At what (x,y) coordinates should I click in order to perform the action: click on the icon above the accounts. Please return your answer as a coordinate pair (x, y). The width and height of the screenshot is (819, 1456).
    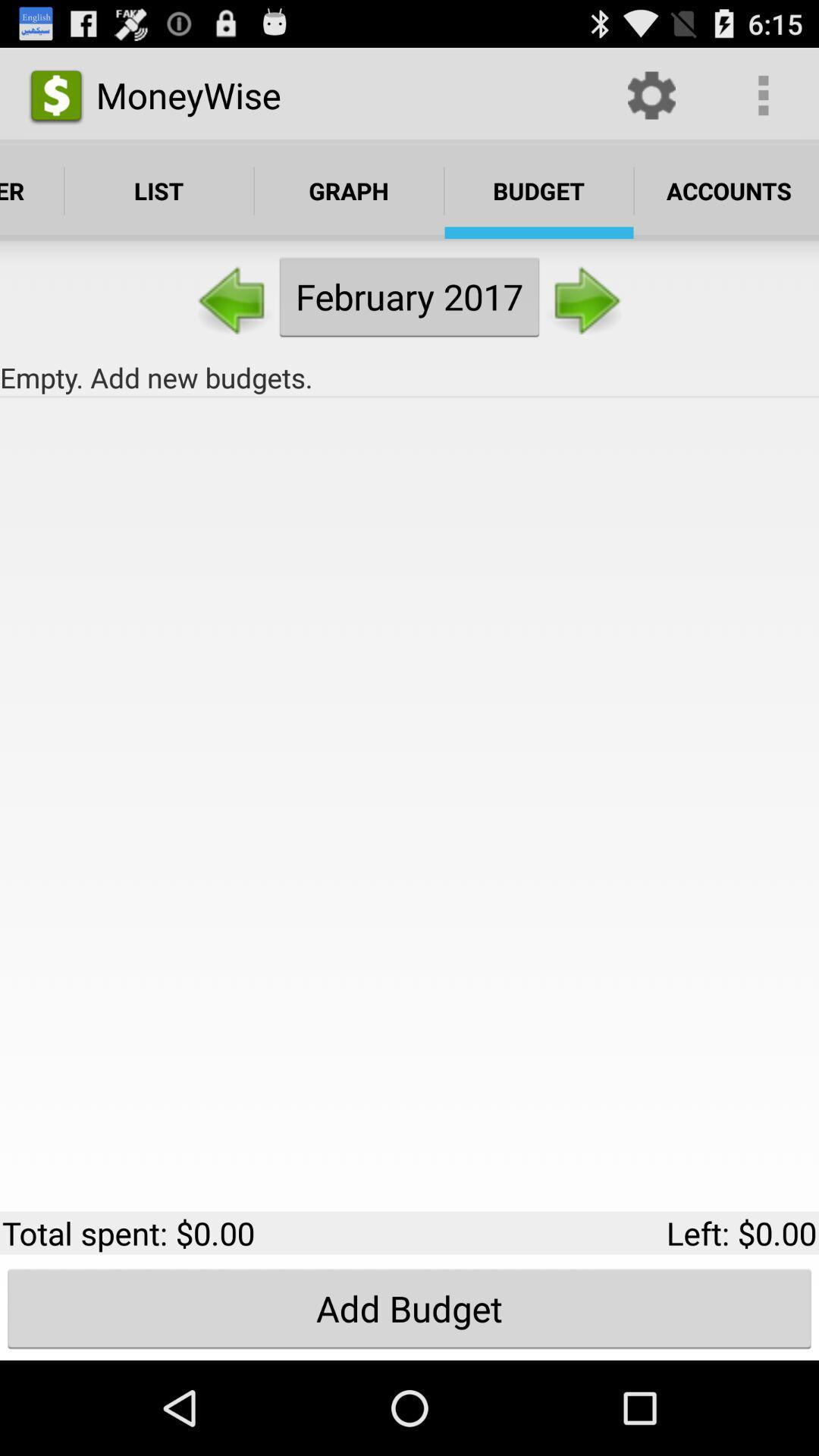
    Looking at the image, I should click on (763, 94).